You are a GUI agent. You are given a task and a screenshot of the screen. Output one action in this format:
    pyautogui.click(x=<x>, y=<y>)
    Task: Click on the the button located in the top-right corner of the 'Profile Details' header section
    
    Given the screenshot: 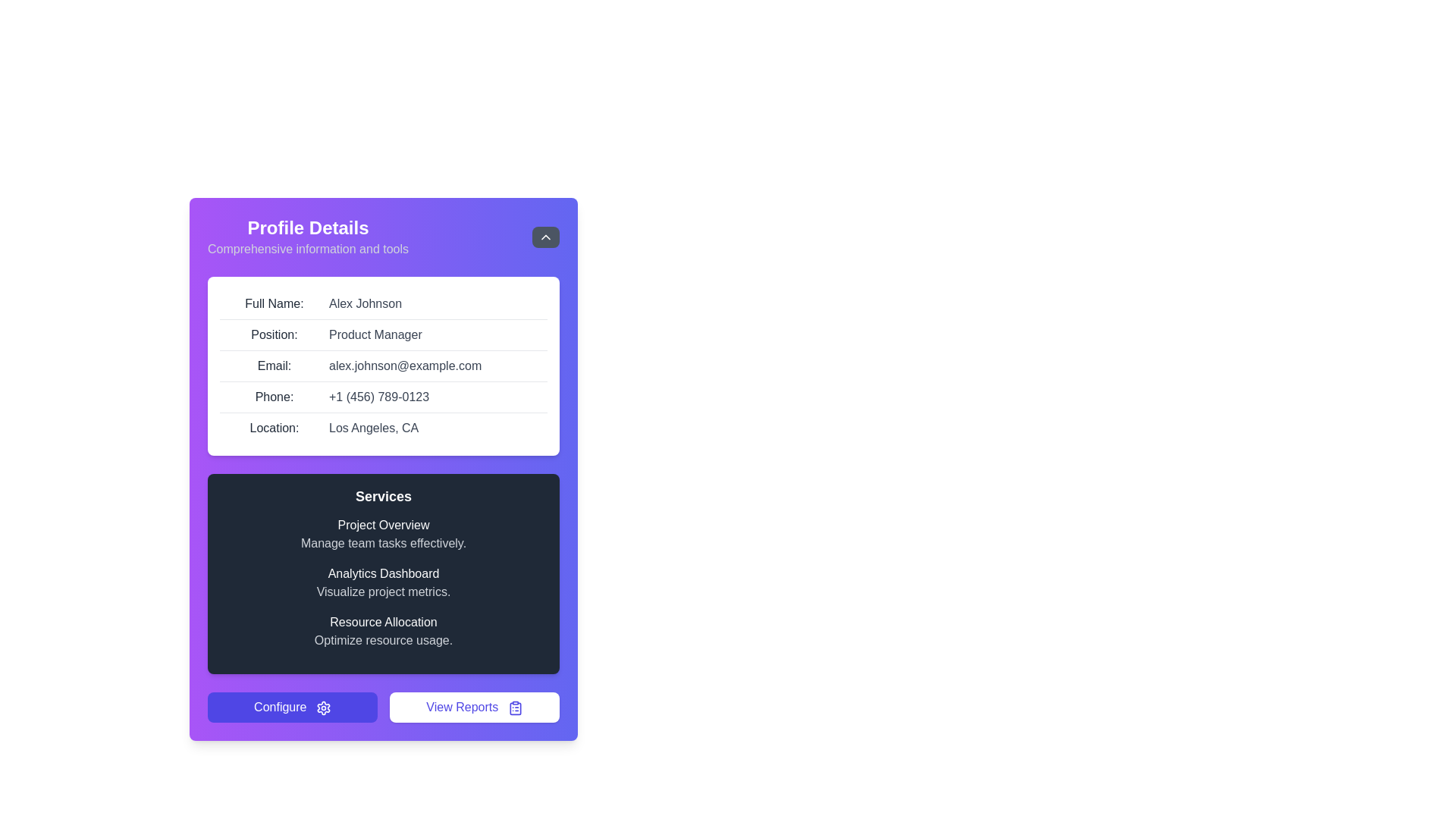 What is the action you would take?
    pyautogui.click(x=546, y=237)
    